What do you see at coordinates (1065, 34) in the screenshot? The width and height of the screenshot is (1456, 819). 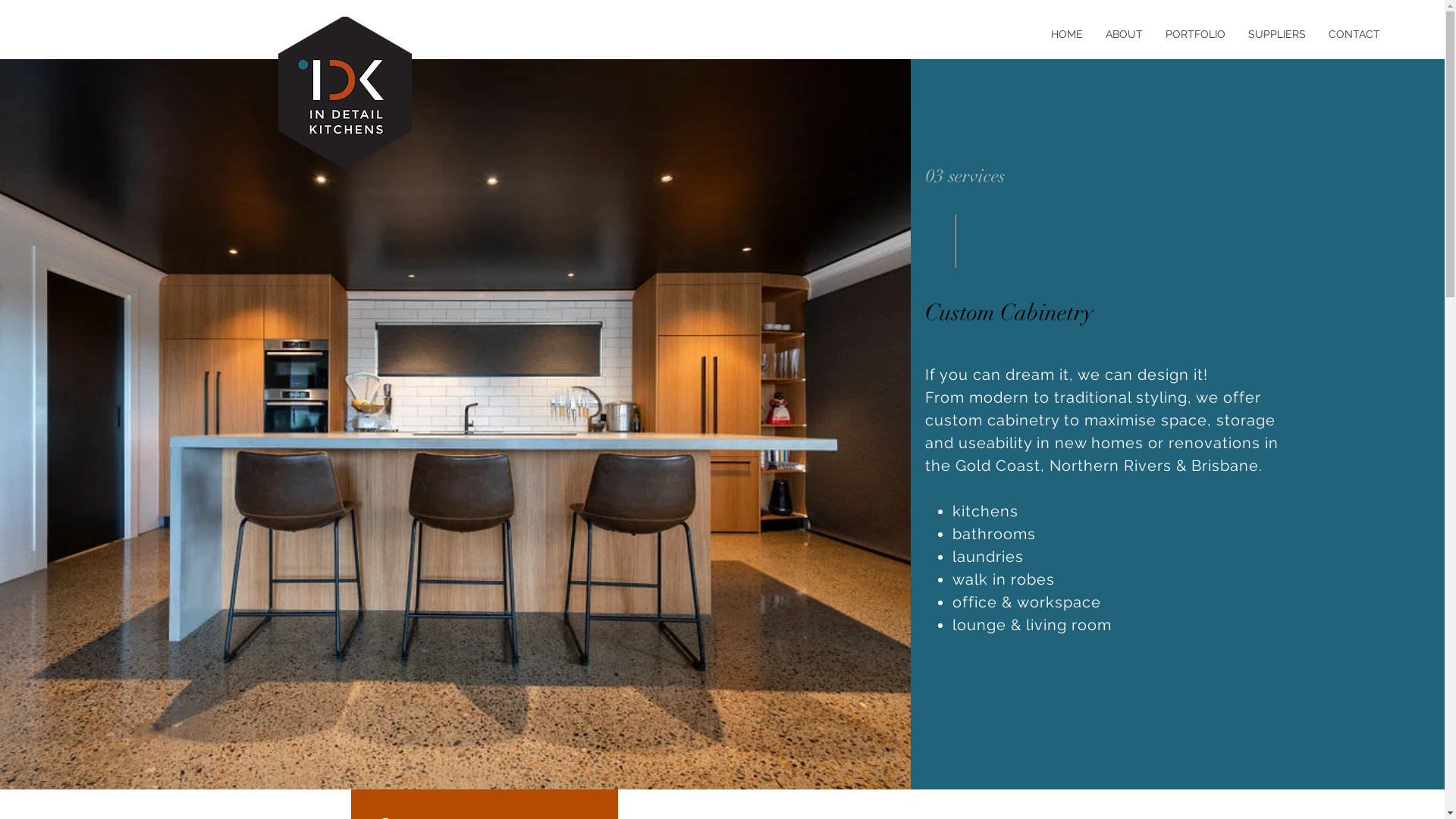 I see `'HOME'` at bounding box center [1065, 34].